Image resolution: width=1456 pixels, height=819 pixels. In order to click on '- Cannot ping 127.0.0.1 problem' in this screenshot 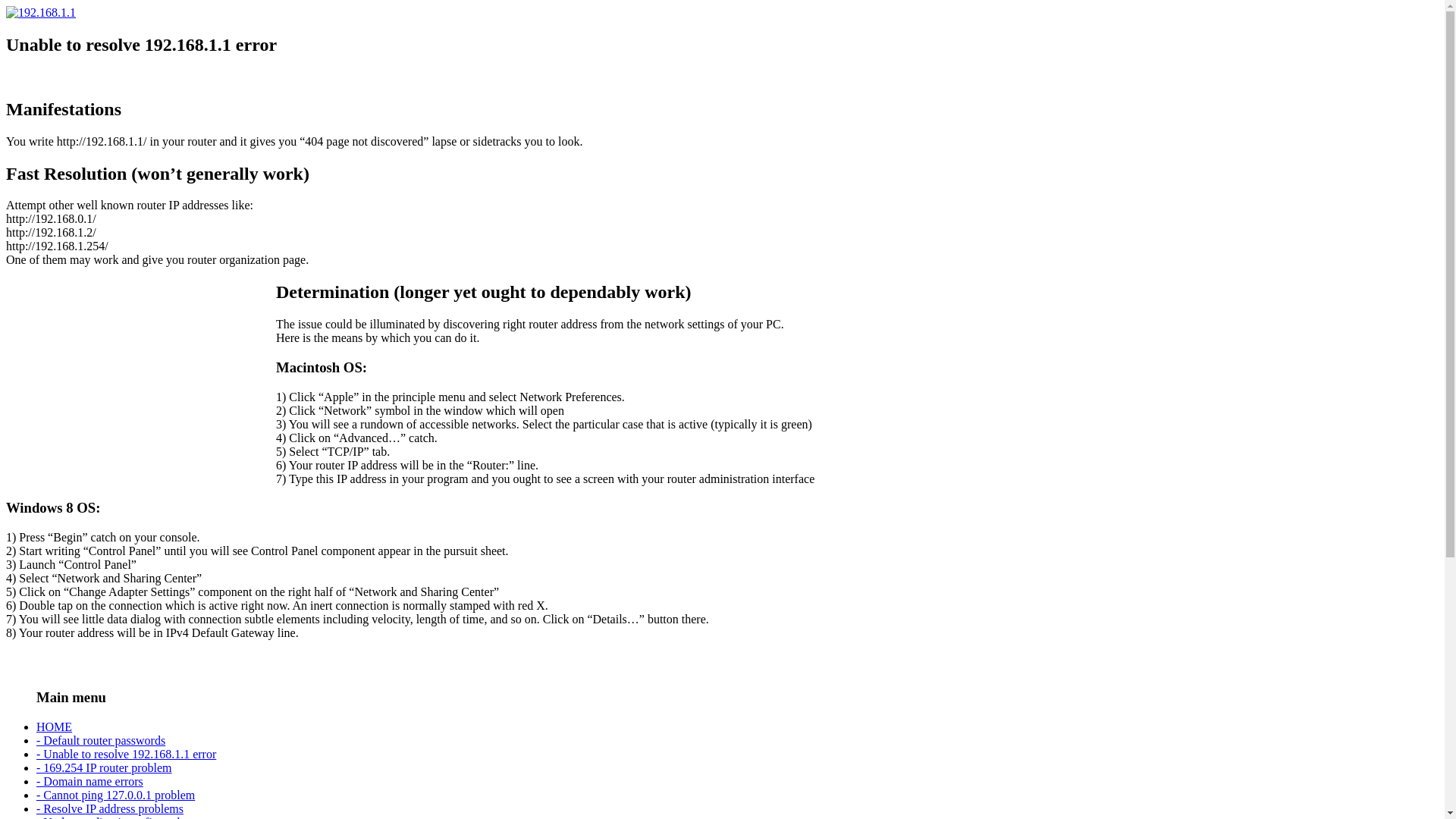, I will do `click(115, 794)`.